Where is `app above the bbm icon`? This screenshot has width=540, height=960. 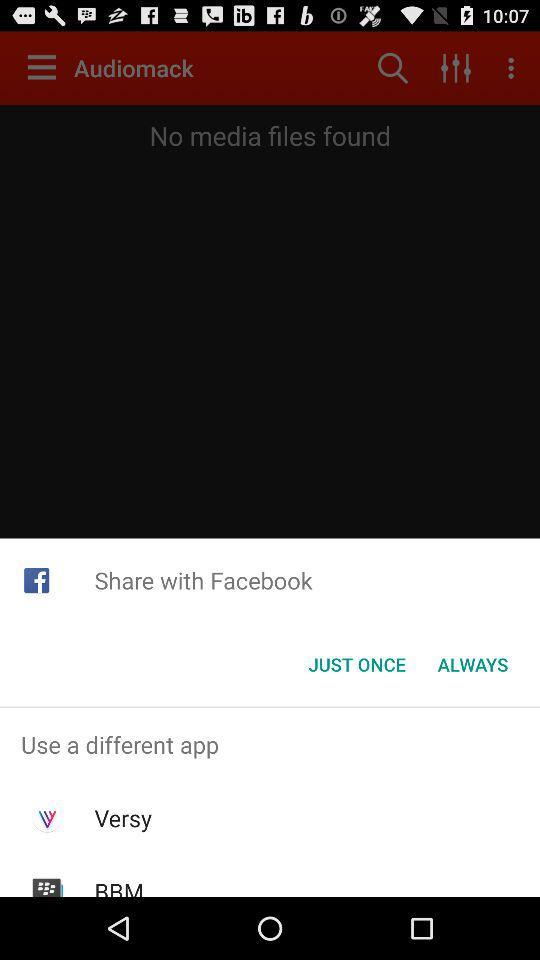
app above the bbm icon is located at coordinates (123, 818).